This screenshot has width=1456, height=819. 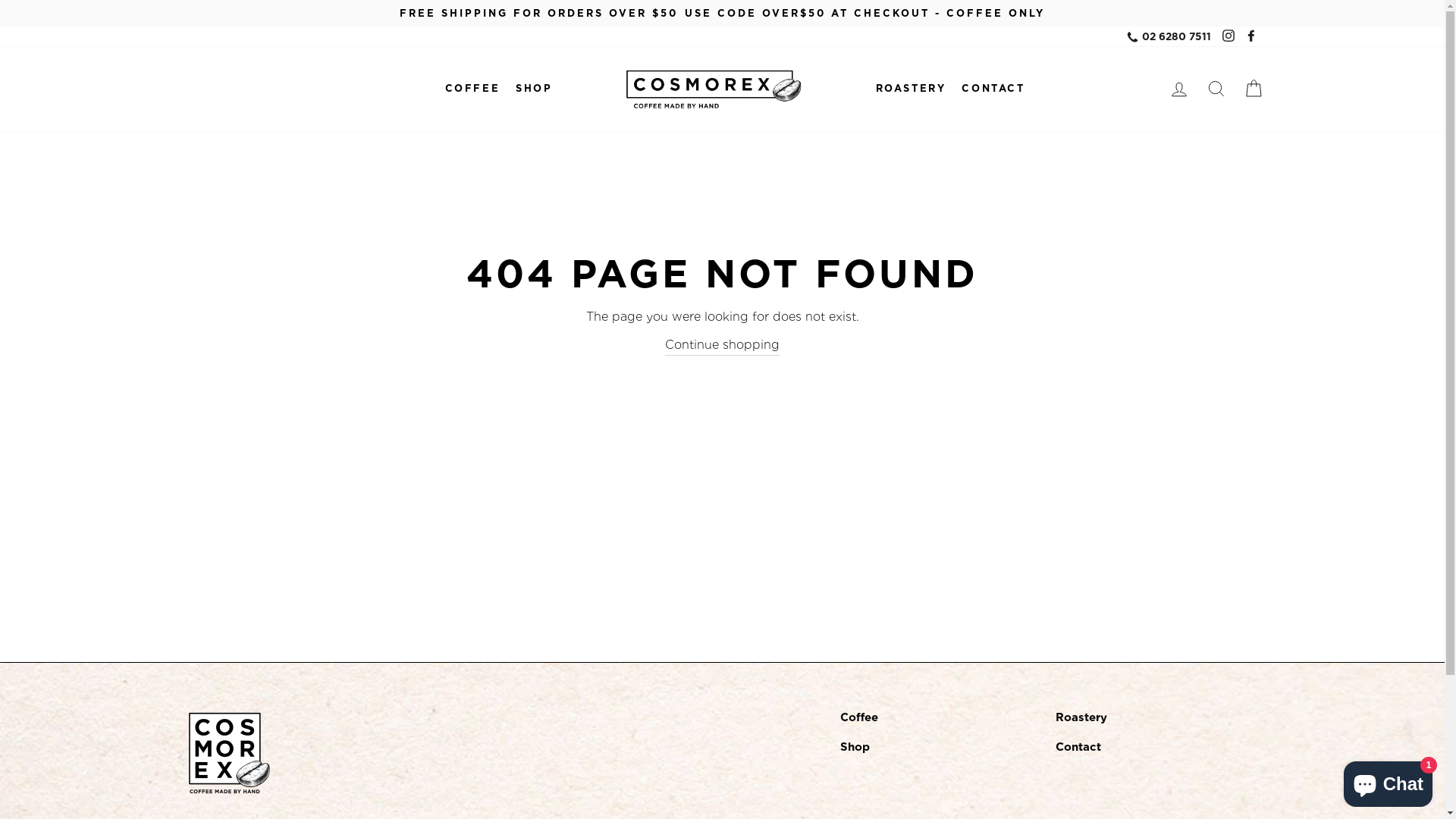 What do you see at coordinates (1216, 89) in the screenshot?
I see `'SEARCH'` at bounding box center [1216, 89].